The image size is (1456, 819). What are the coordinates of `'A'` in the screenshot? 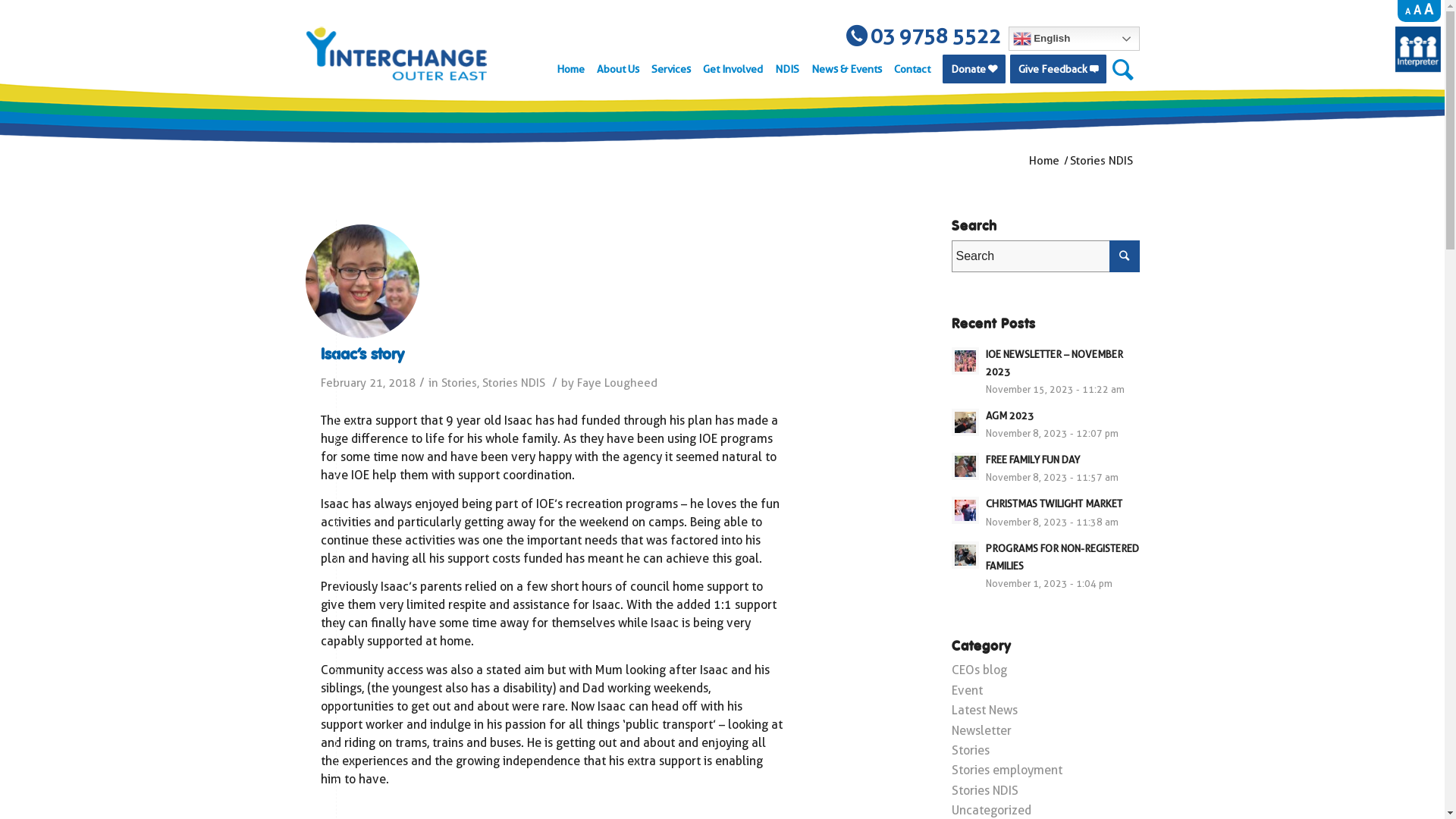 It's located at (1427, 9).